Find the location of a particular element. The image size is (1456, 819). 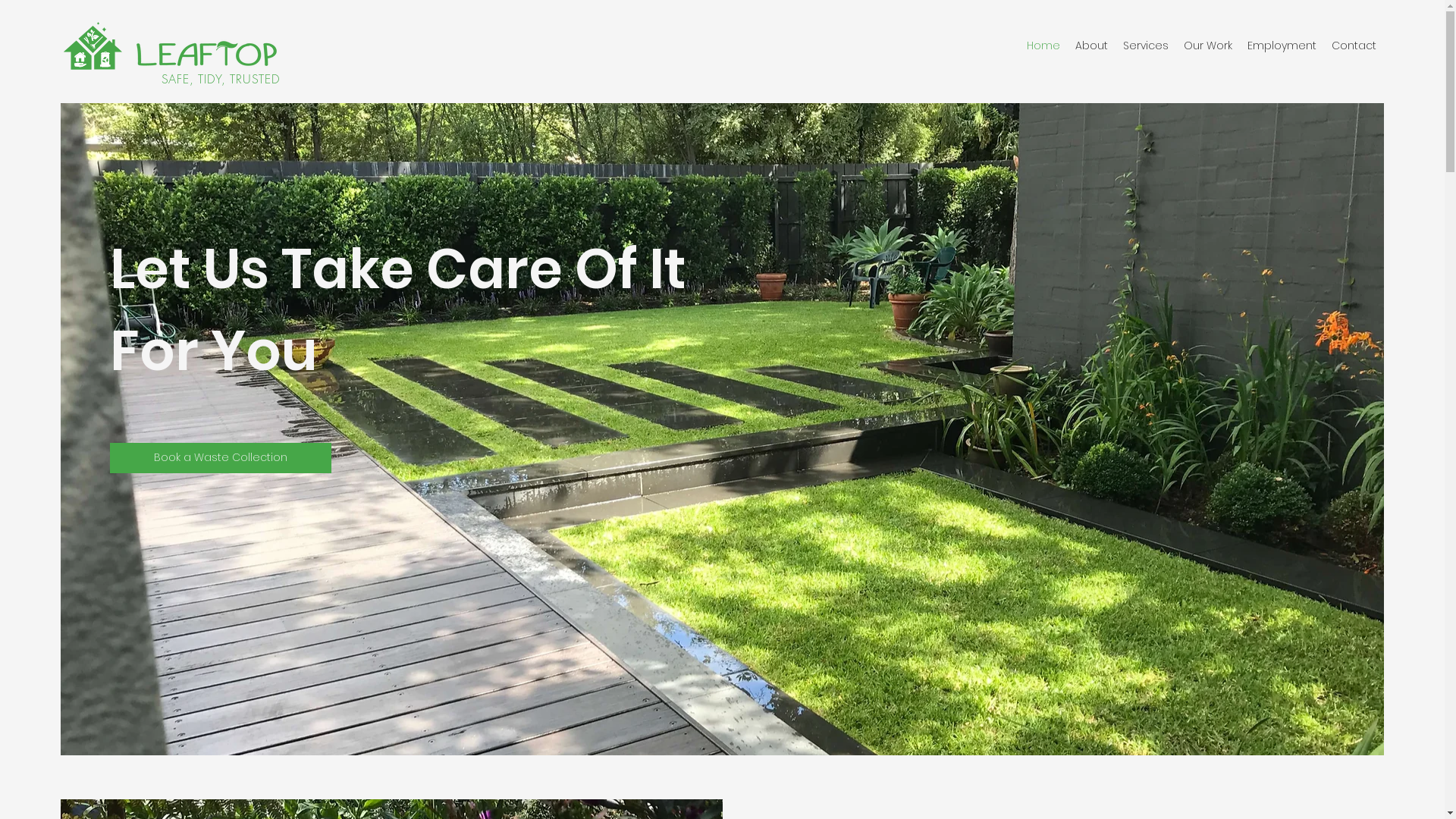

'Our Work' is located at coordinates (1207, 45).